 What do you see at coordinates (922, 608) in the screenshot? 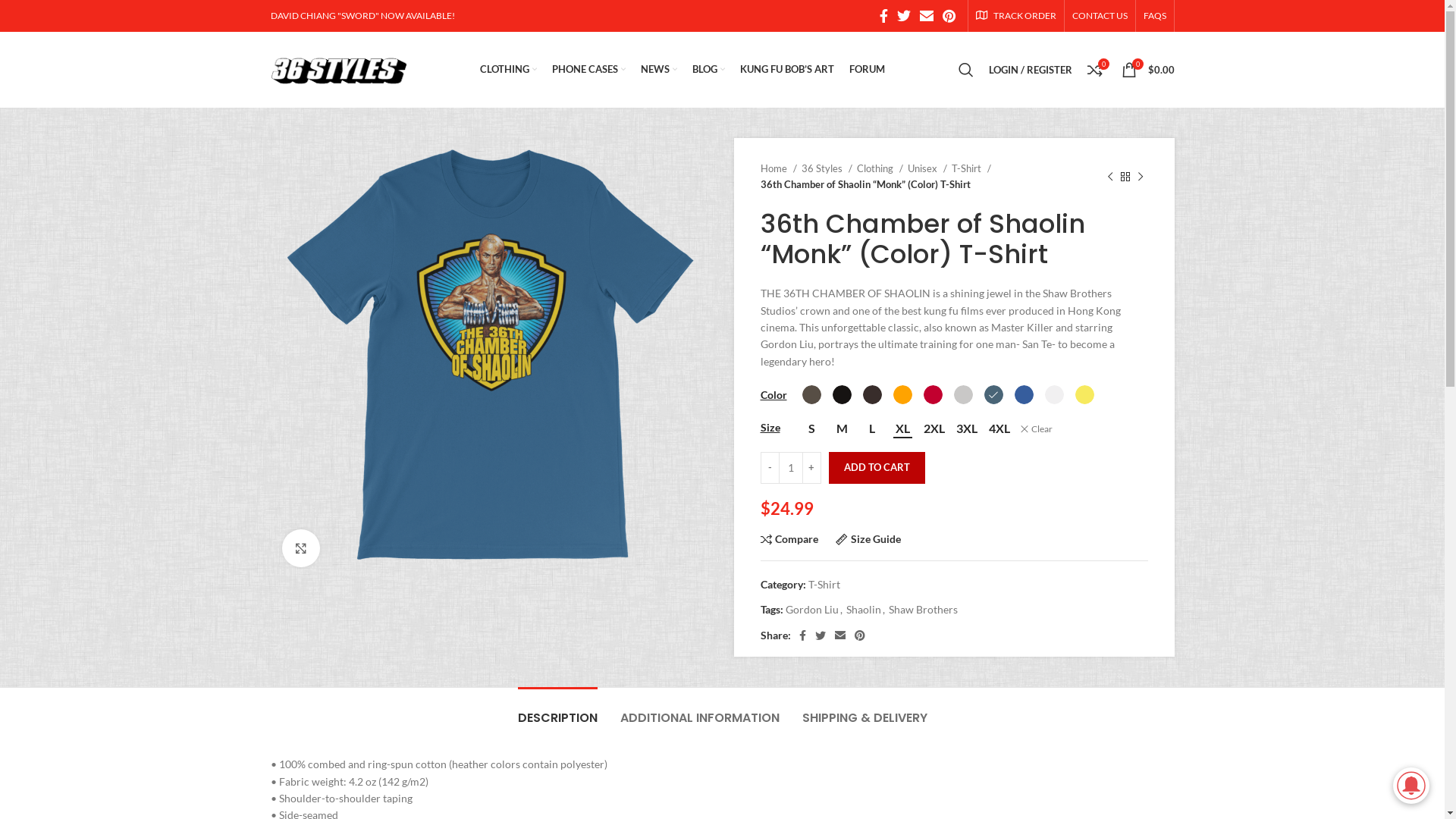
I see `'Shaw Brothers'` at bounding box center [922, 608].